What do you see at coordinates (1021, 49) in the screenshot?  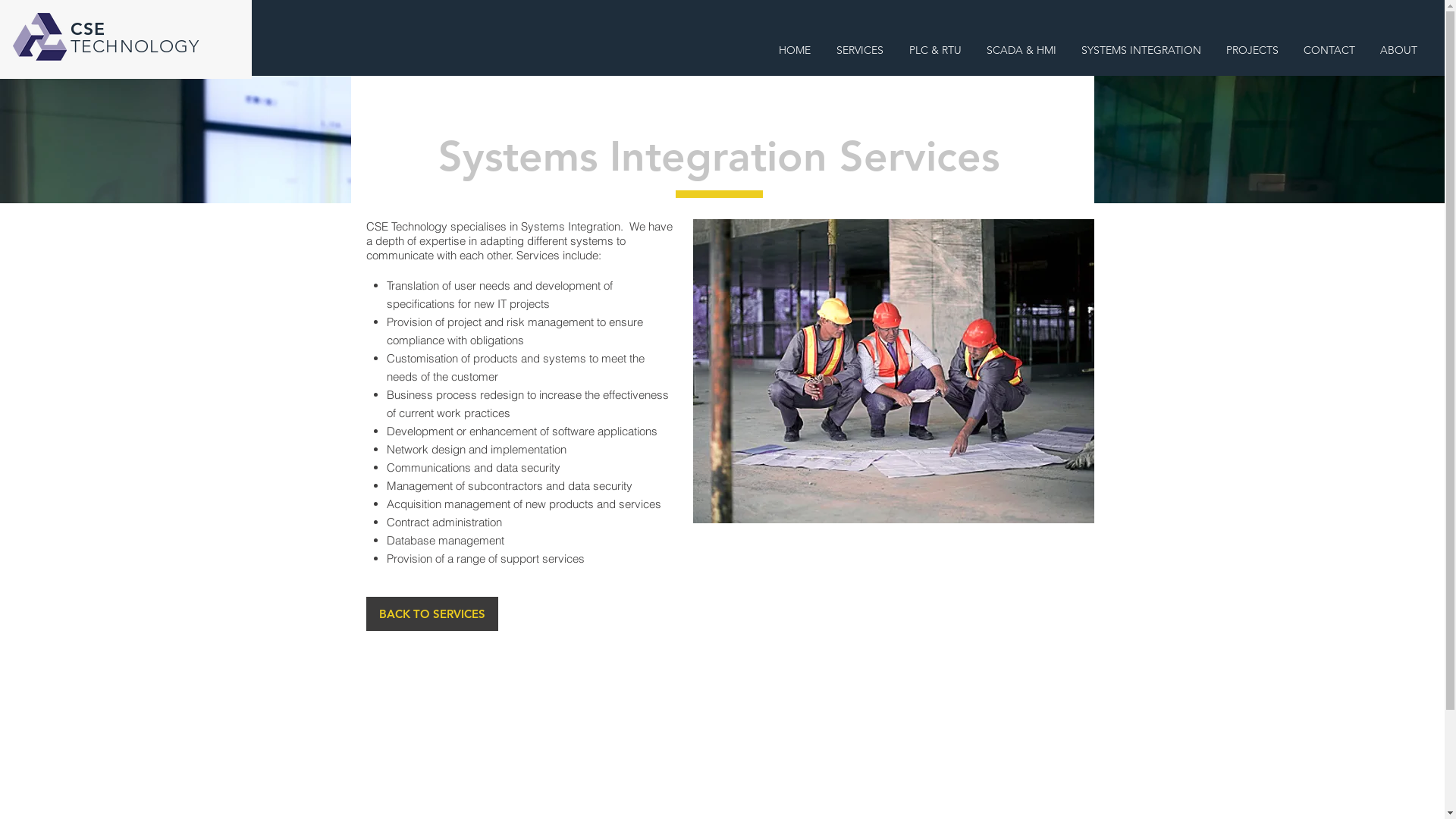 I see `'SCADA & HMI'` at bounding box center [1021, 49].